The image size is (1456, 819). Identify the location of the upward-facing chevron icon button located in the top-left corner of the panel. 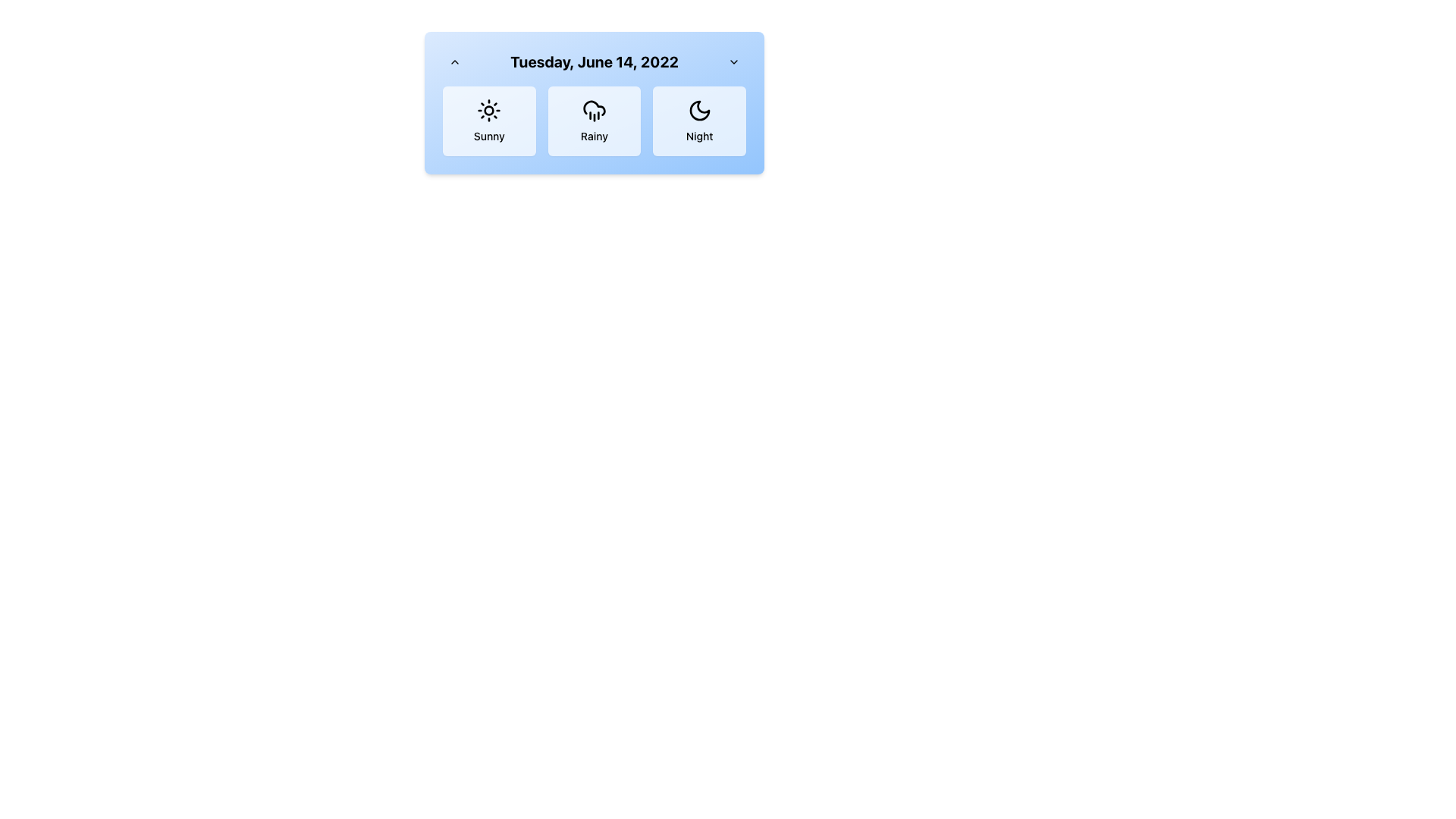
(454, 61).